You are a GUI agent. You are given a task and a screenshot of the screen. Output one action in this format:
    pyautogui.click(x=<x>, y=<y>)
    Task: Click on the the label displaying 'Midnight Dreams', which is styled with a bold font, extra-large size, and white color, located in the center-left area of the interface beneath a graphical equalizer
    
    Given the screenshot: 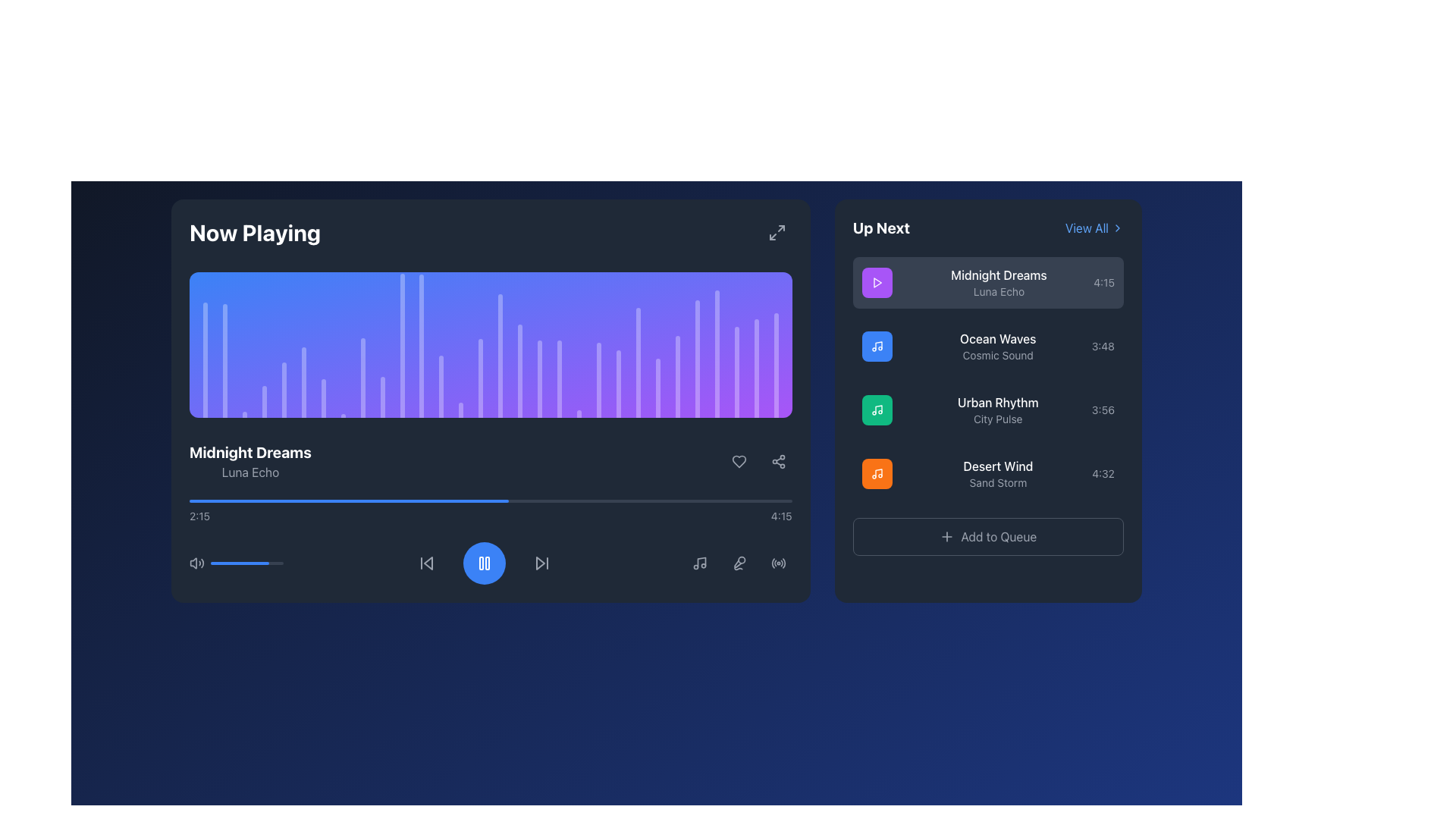 What is the action you would take?
    pyautogui.click(x=250, y=452)
    